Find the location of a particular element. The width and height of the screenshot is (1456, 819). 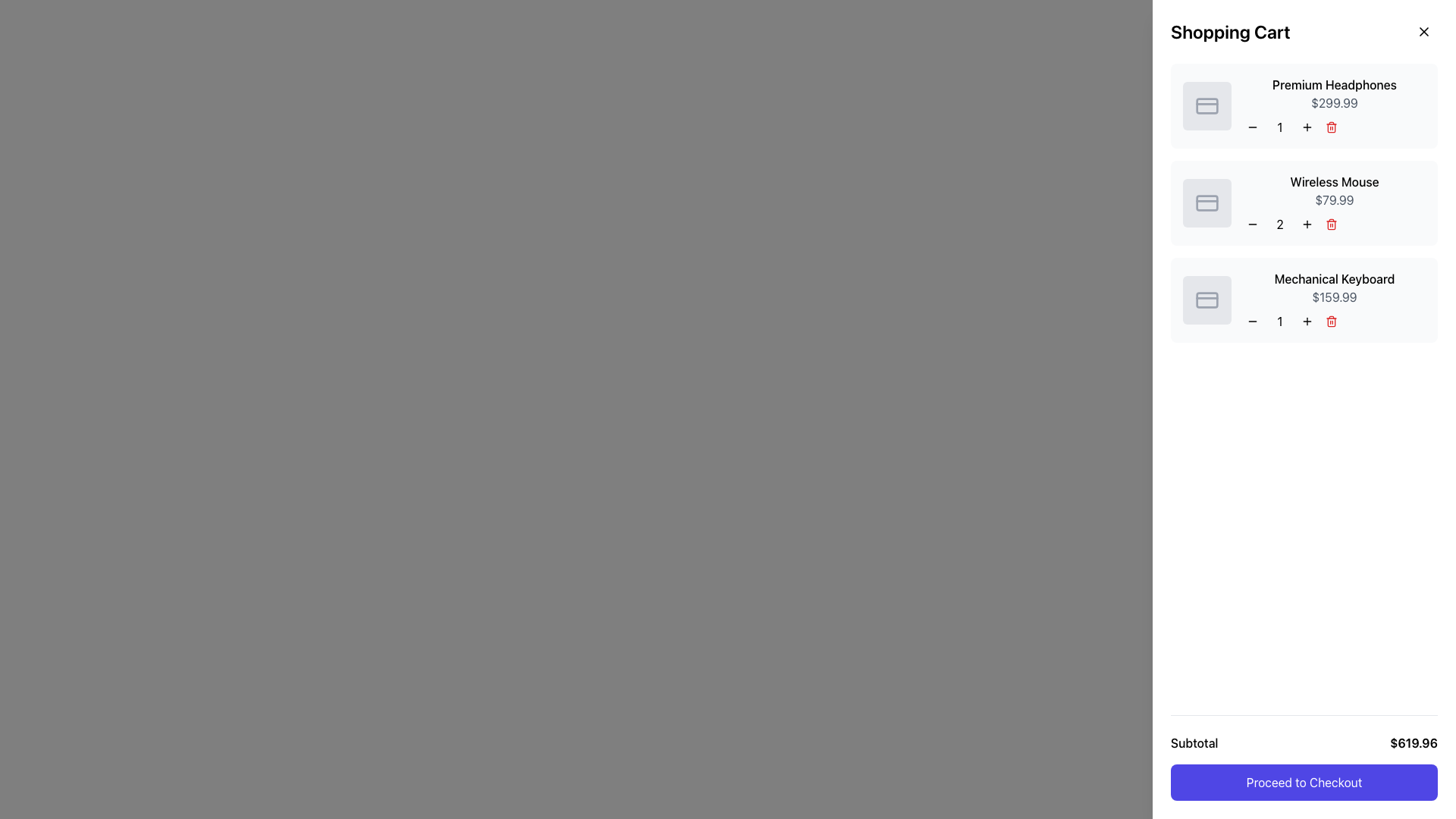

the bold numerical text '2' display in the cart interface, located in the second row for the 'Wireless Mouse' item, positioned between the minus and plus buttons is located at coordinates (1279, 224).